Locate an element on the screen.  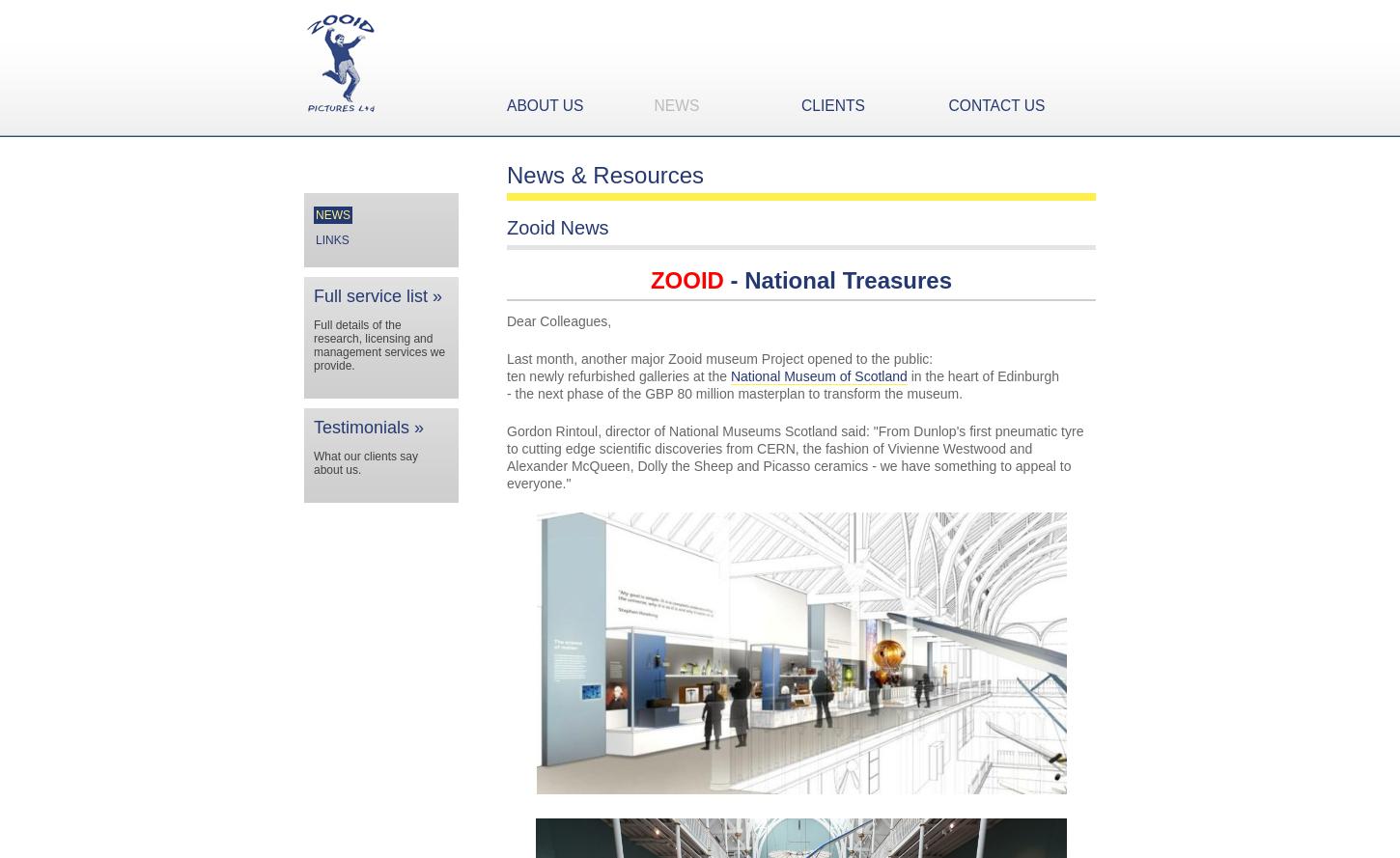
'News' is located at coordinates (315, 213).